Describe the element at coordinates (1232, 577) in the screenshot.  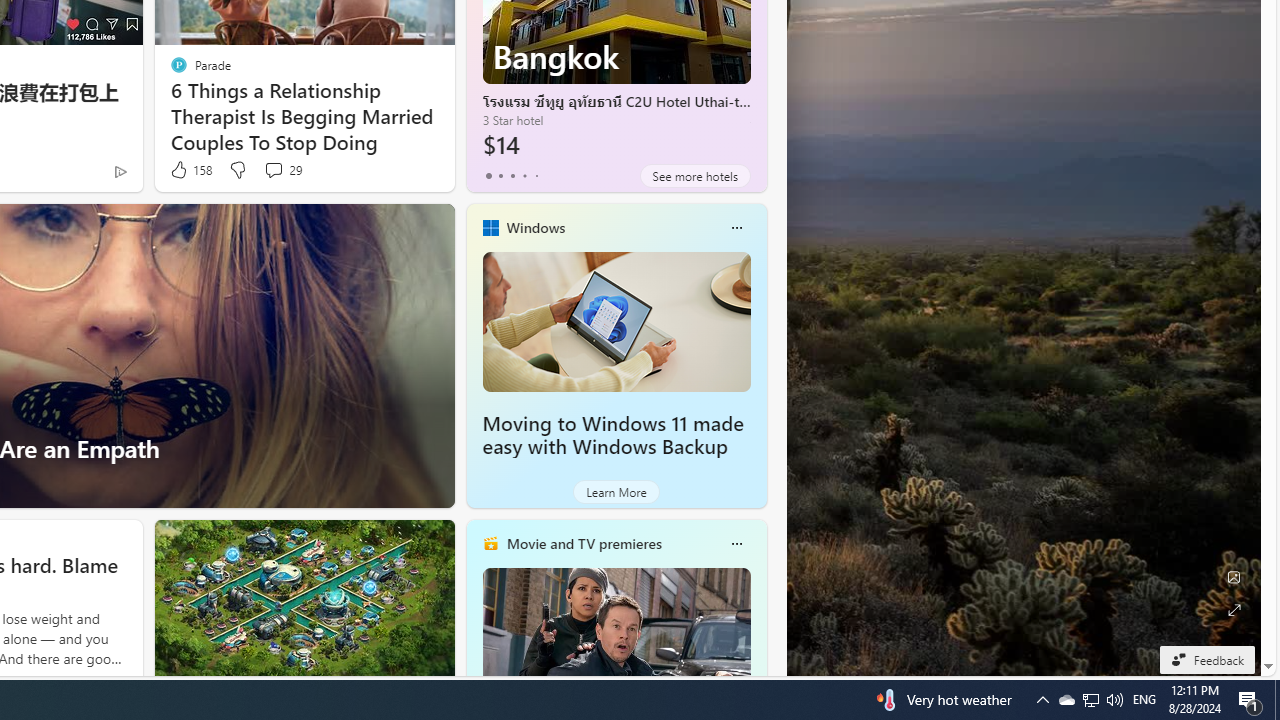
I see `'Edit Background'` at that location.